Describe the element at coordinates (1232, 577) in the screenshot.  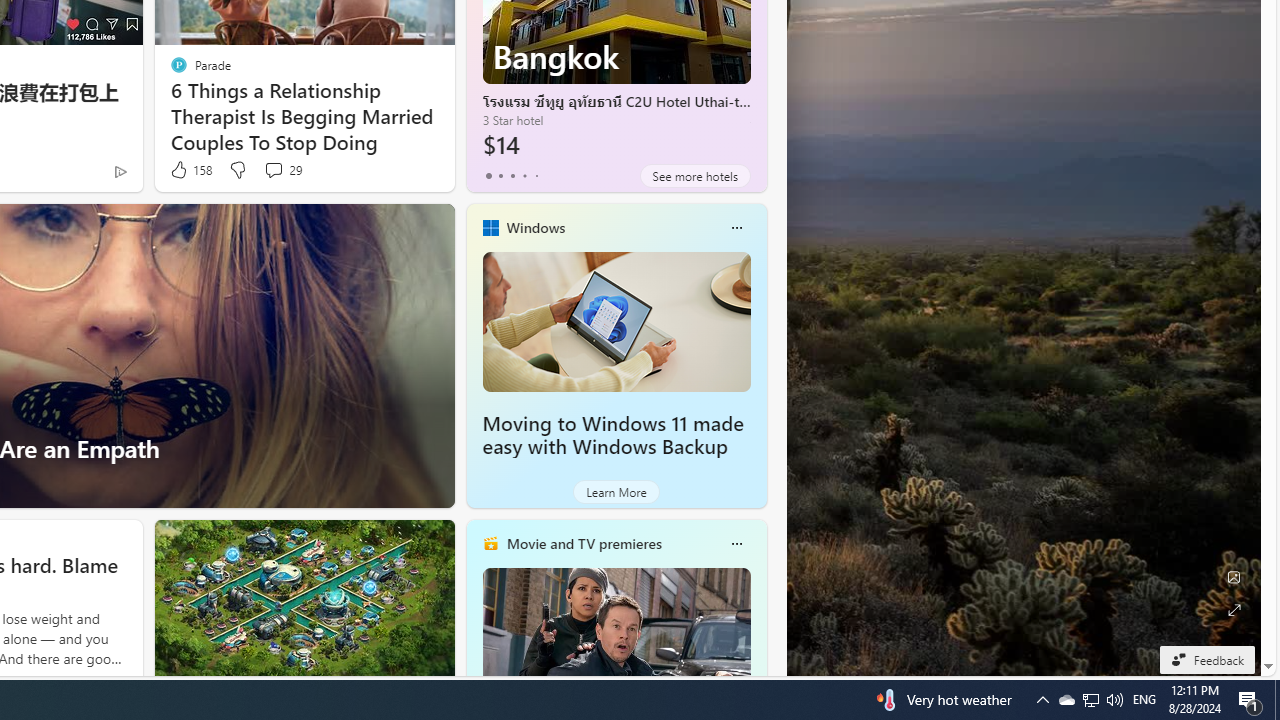
I see `'Edit Background'` at that location.